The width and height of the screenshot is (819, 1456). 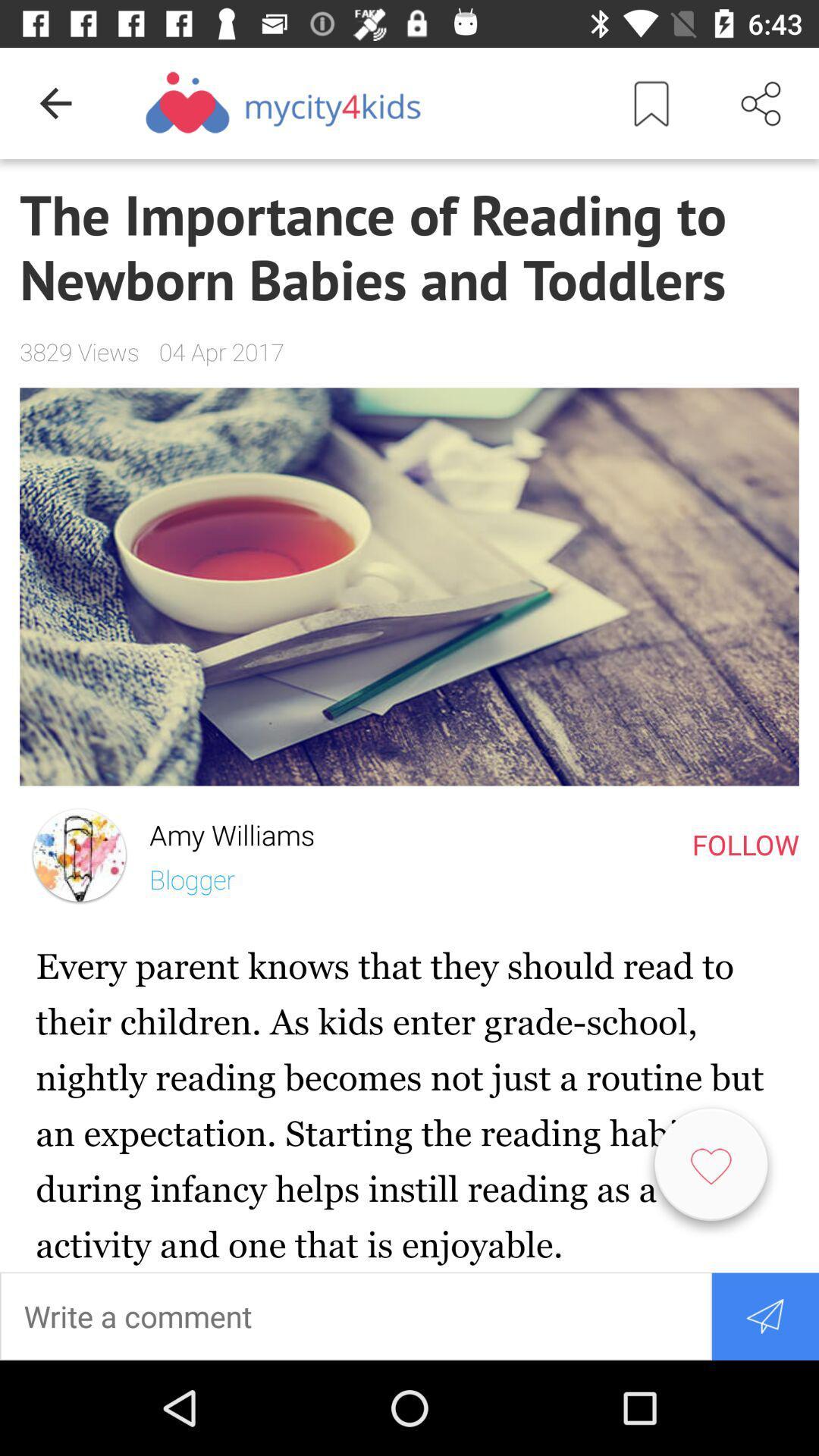 I want to click on the amy williams item, so click(x=222, y=830).